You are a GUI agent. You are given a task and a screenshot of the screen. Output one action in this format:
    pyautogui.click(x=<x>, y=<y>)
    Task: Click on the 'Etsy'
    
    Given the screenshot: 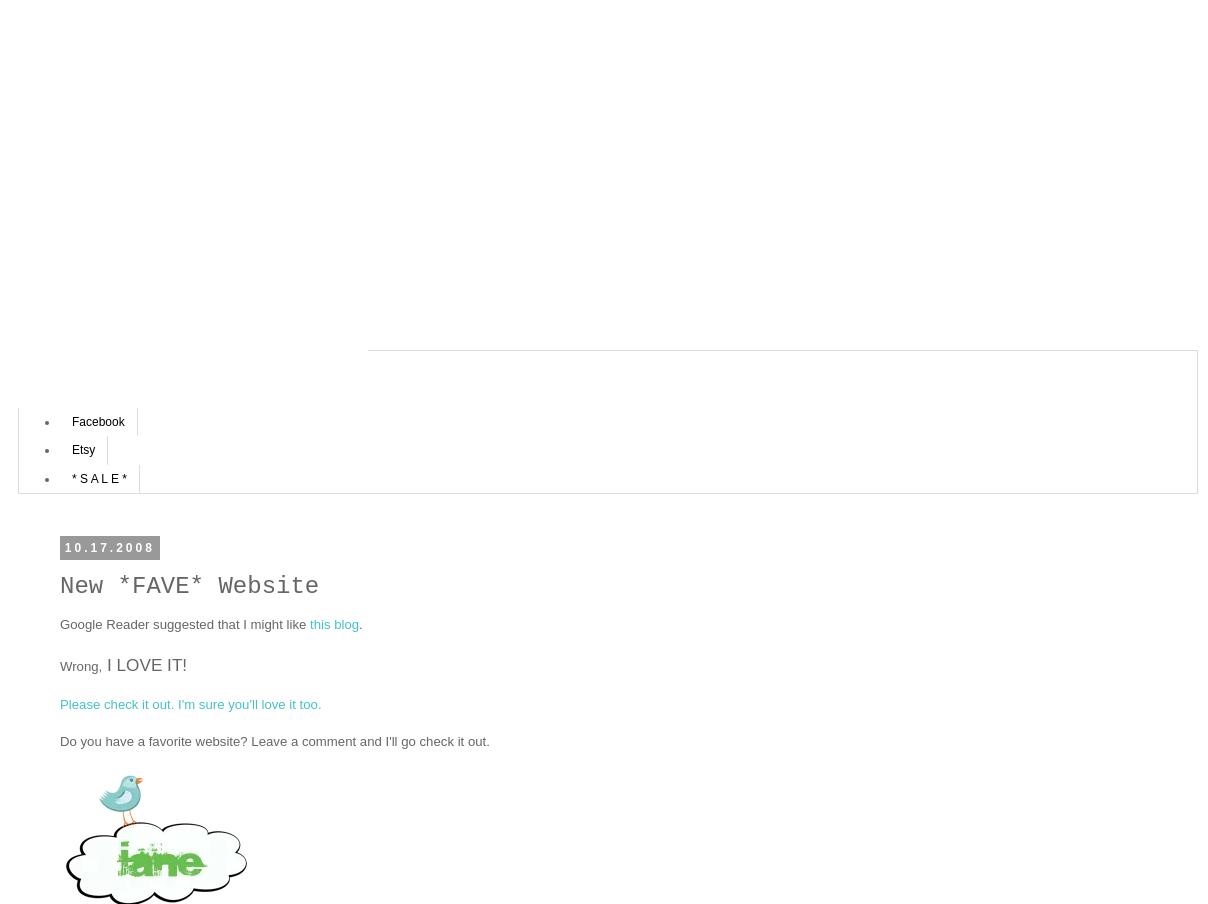 What is the action you would take?
    pyautogui.click(x=82, y=450)
    